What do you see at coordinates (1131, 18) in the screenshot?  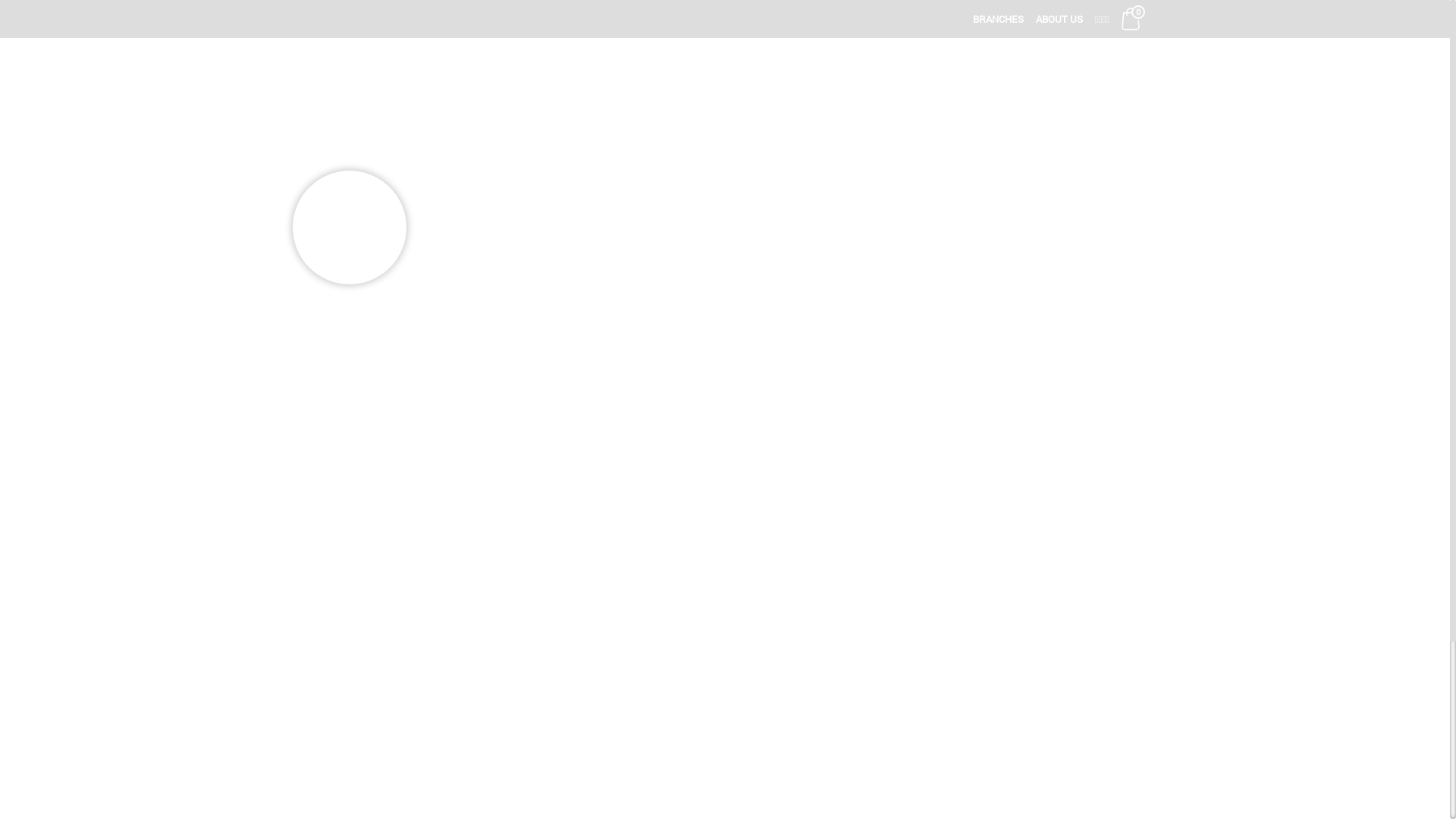 I see `'0'` at bounding box center [1131, 18].